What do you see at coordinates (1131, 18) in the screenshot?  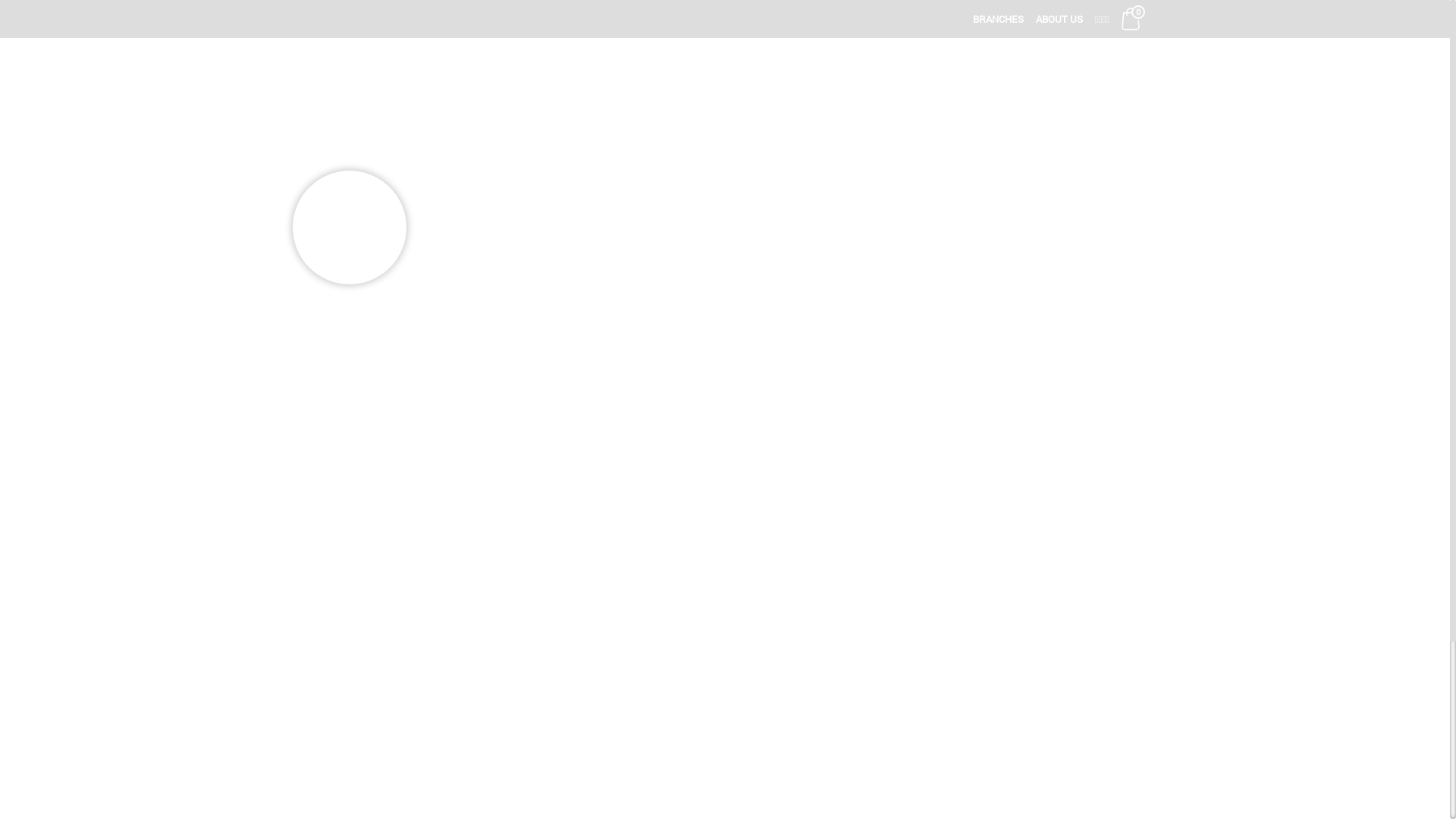 I see `'0'` at bounding box center [1131, 18].